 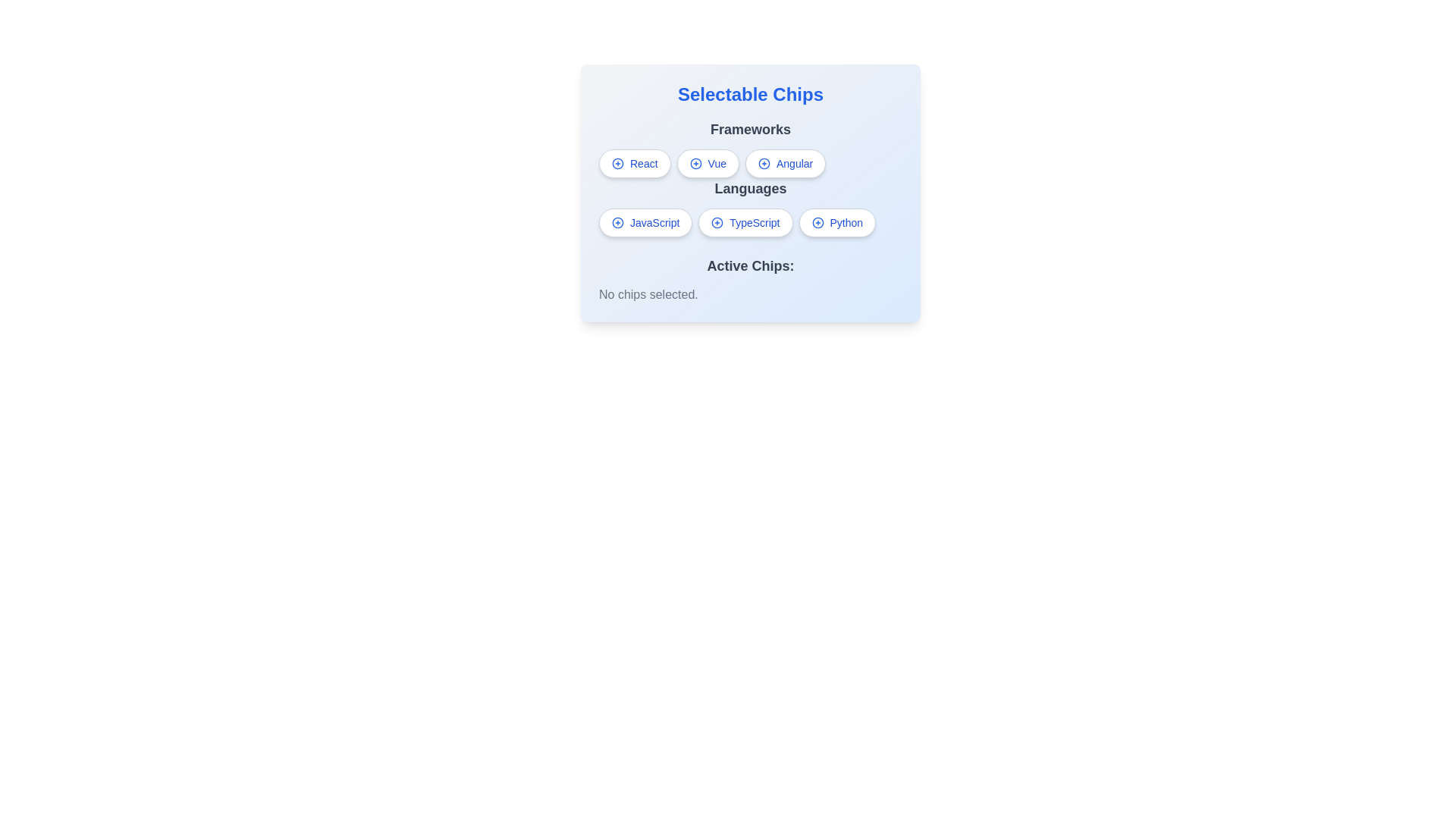 What do you see at coordinates (745, 222) in the screenshot?
I see `the 'TypeScript' button, which is a rounded rectangle with blue text and a plus sign icon, located in the 'Languages' section between 'JavaScript' and 'Python'` at bounding box center [745, 222].